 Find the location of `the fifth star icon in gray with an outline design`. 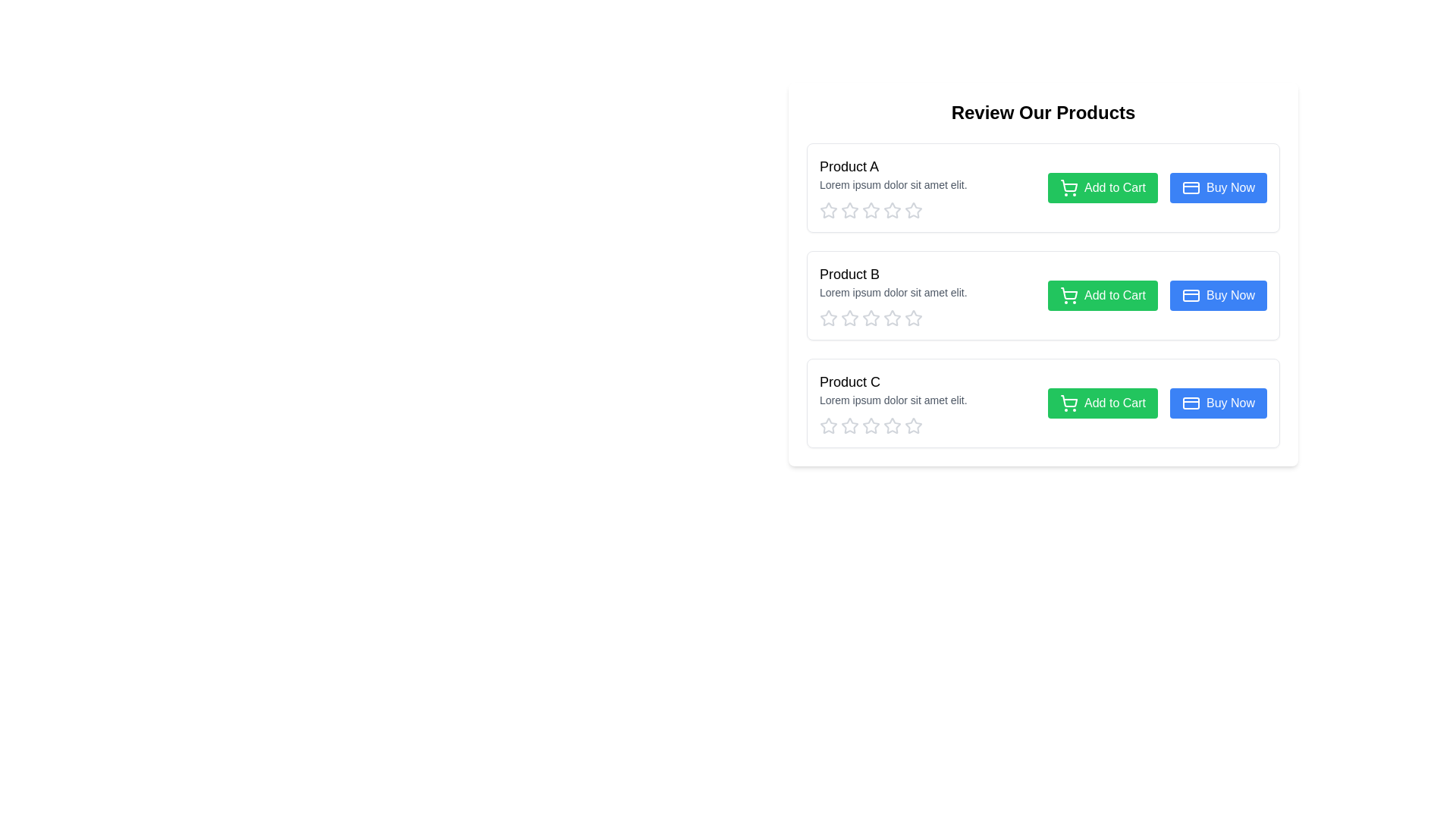

the fifth star icon in gray with an outline design is located at coordinates (912, 318).